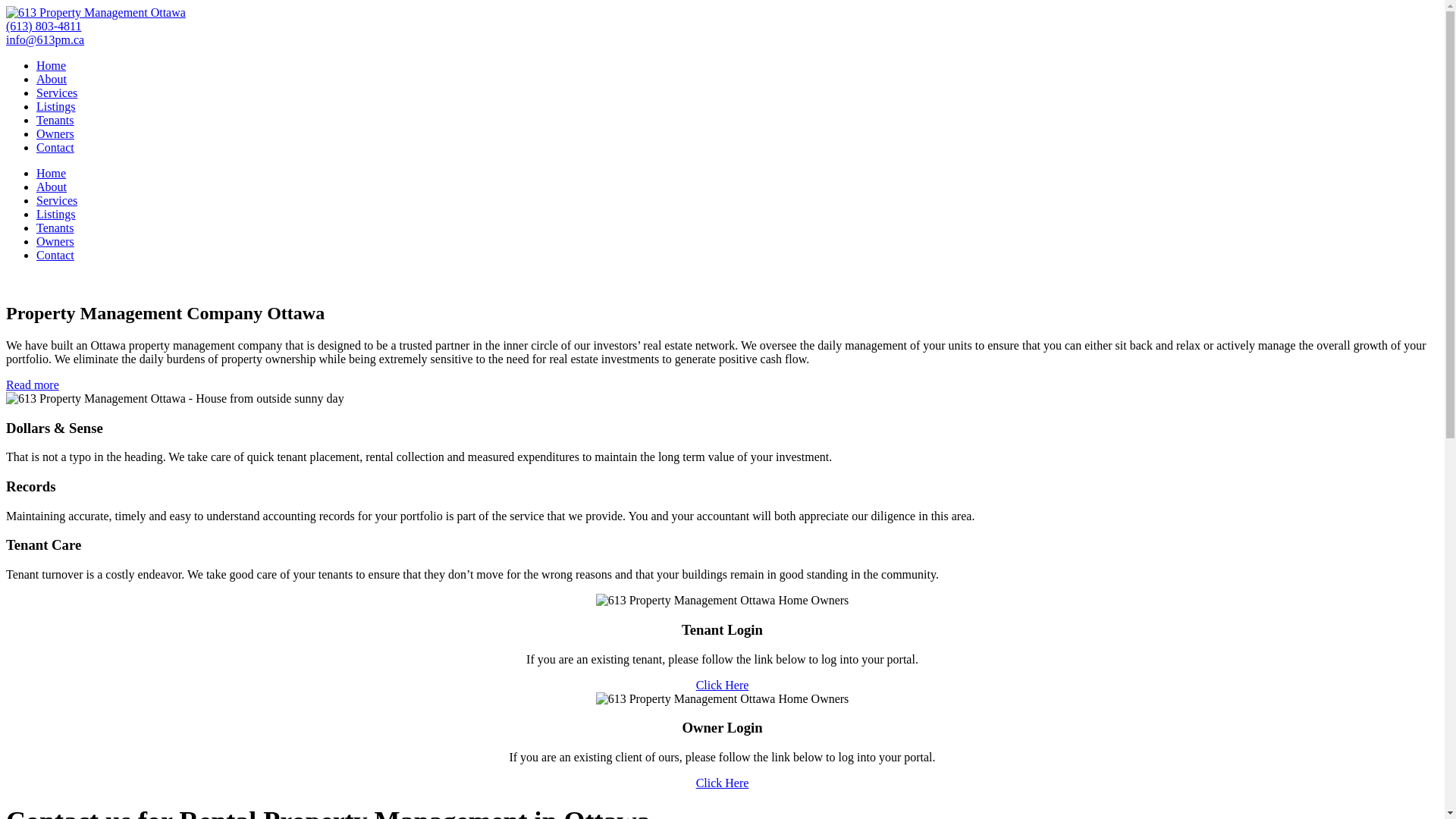 The height and width of the screenshot is (819, 1456). I want to click on 'Click Here', so click(722, 783).